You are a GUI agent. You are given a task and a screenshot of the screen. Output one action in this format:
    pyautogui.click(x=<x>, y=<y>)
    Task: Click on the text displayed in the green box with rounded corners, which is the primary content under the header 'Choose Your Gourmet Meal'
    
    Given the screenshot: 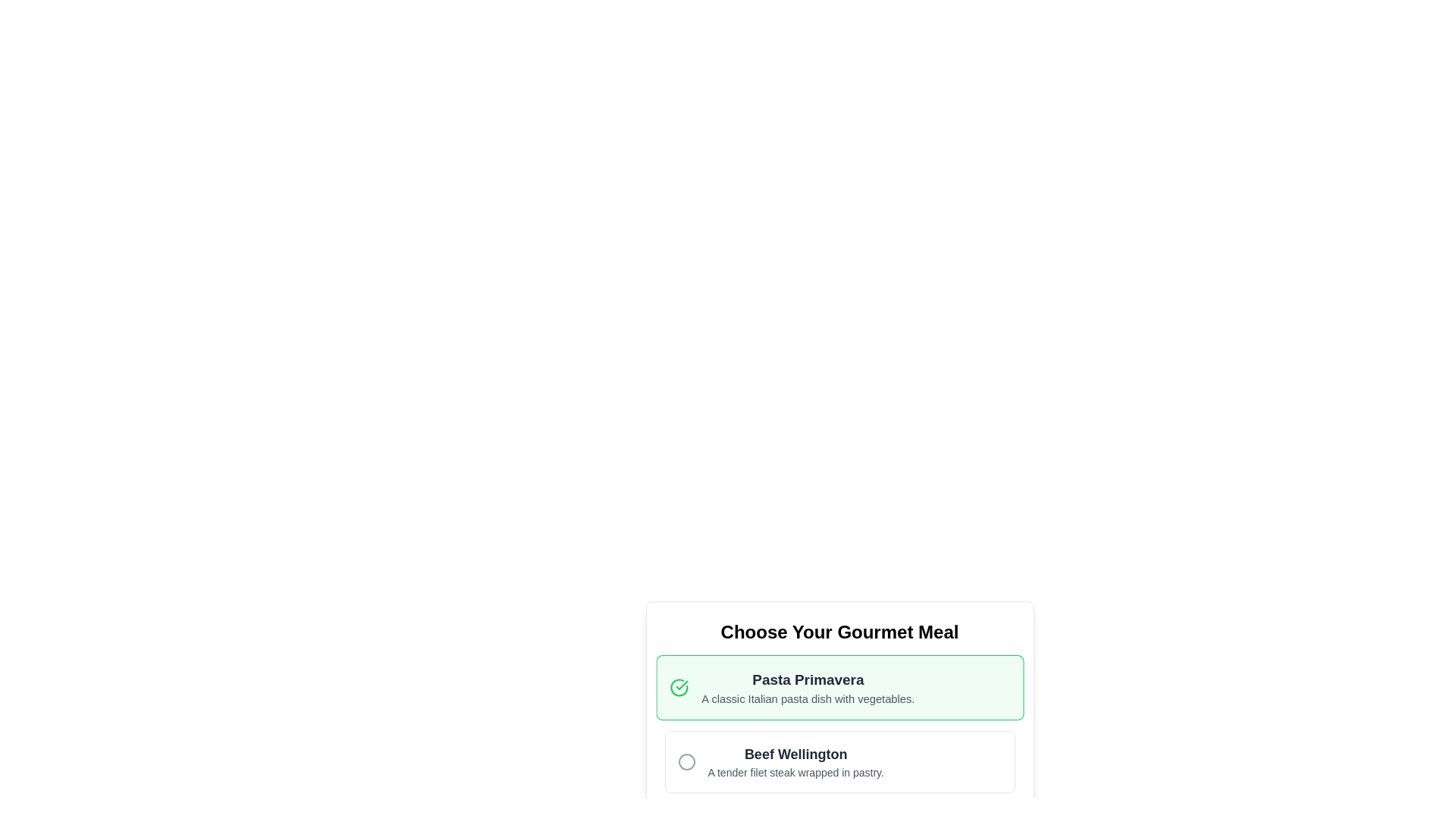 What is the action you would take?
    pyautogui.click(x=807, y=687)
    